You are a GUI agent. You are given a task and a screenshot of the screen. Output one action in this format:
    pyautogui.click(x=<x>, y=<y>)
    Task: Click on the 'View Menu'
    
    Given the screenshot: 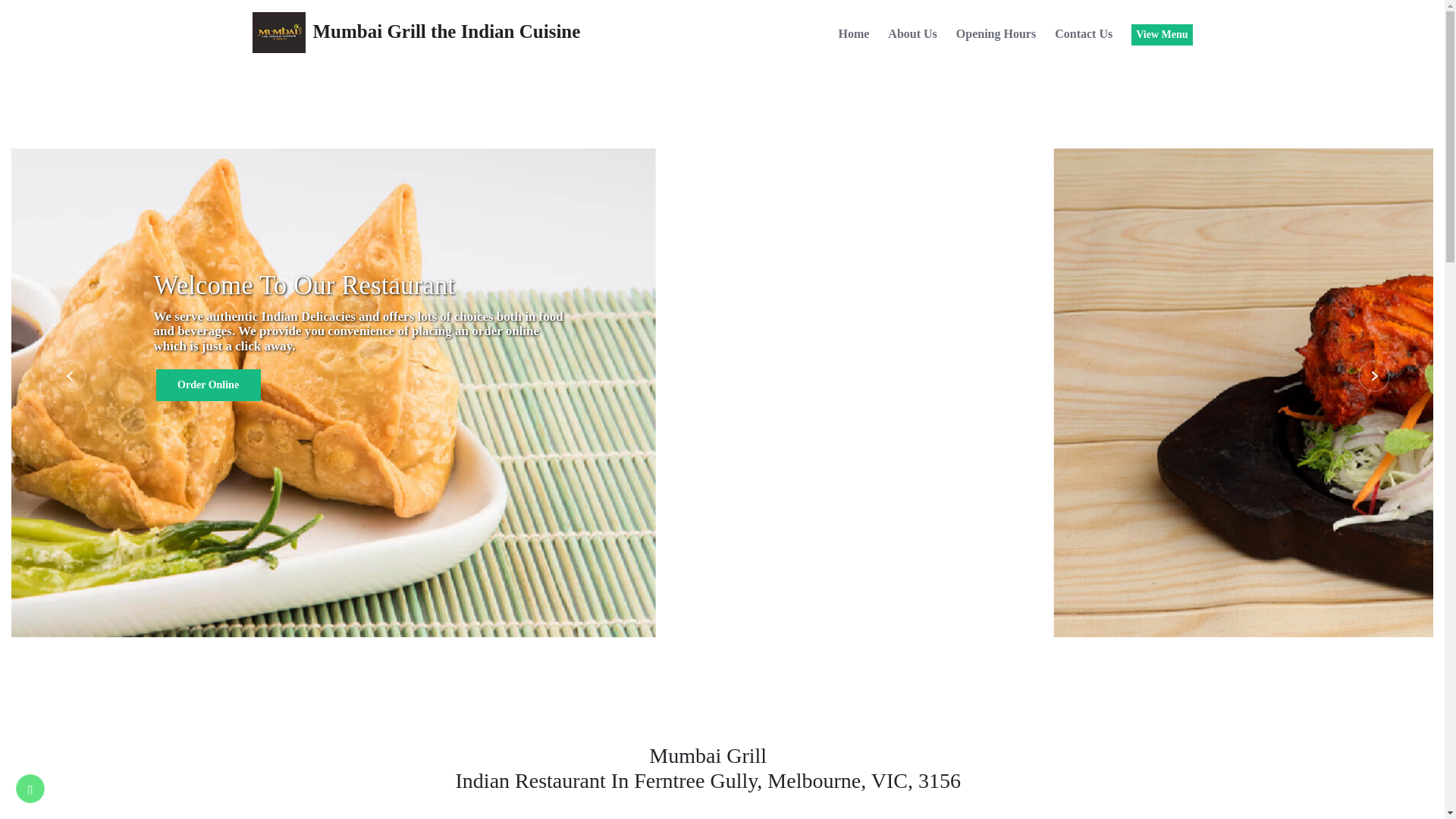 What is the action you would take?
    pyautogui.click(x=1160, y=34)
    